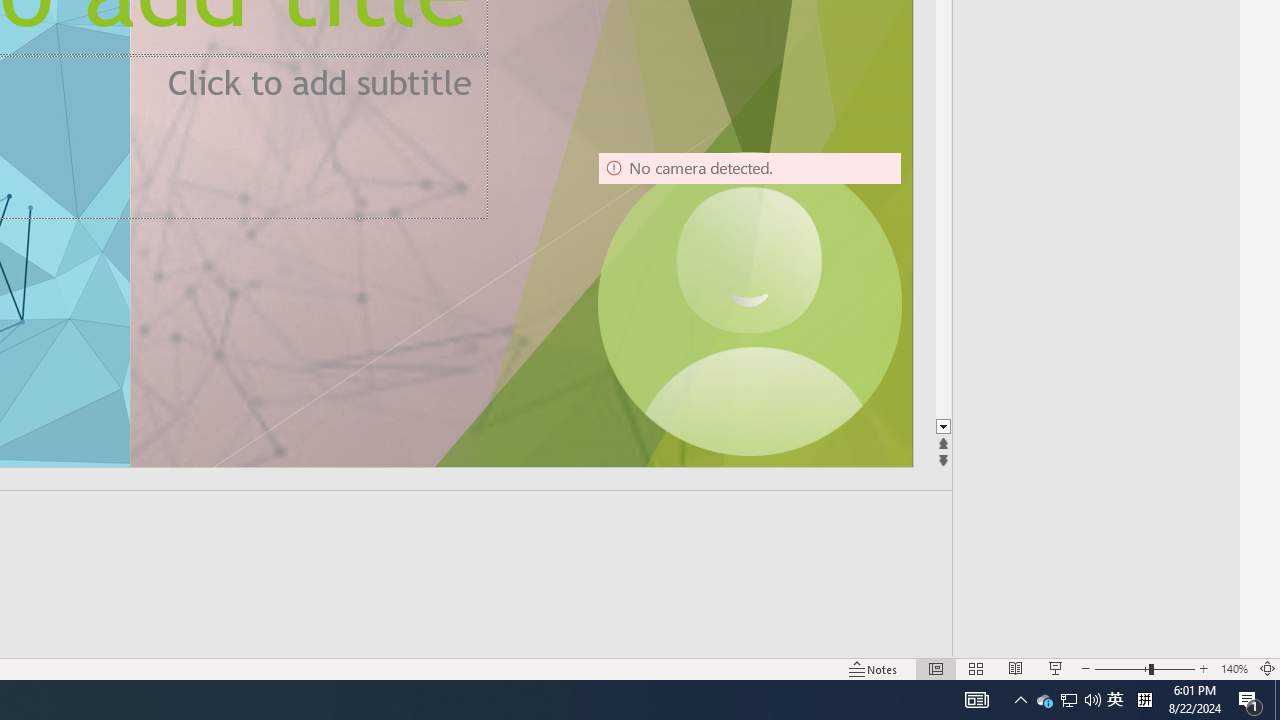  I want to click on 'Camera 16, No camera detected.', so click(748, 304).